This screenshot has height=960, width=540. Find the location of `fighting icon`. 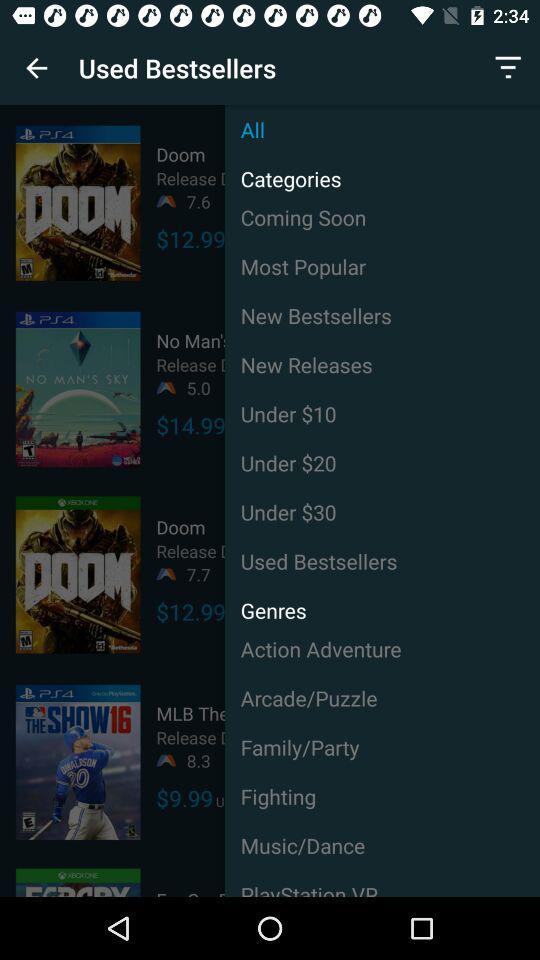

fighting icon is located at coordinates (382, 796).